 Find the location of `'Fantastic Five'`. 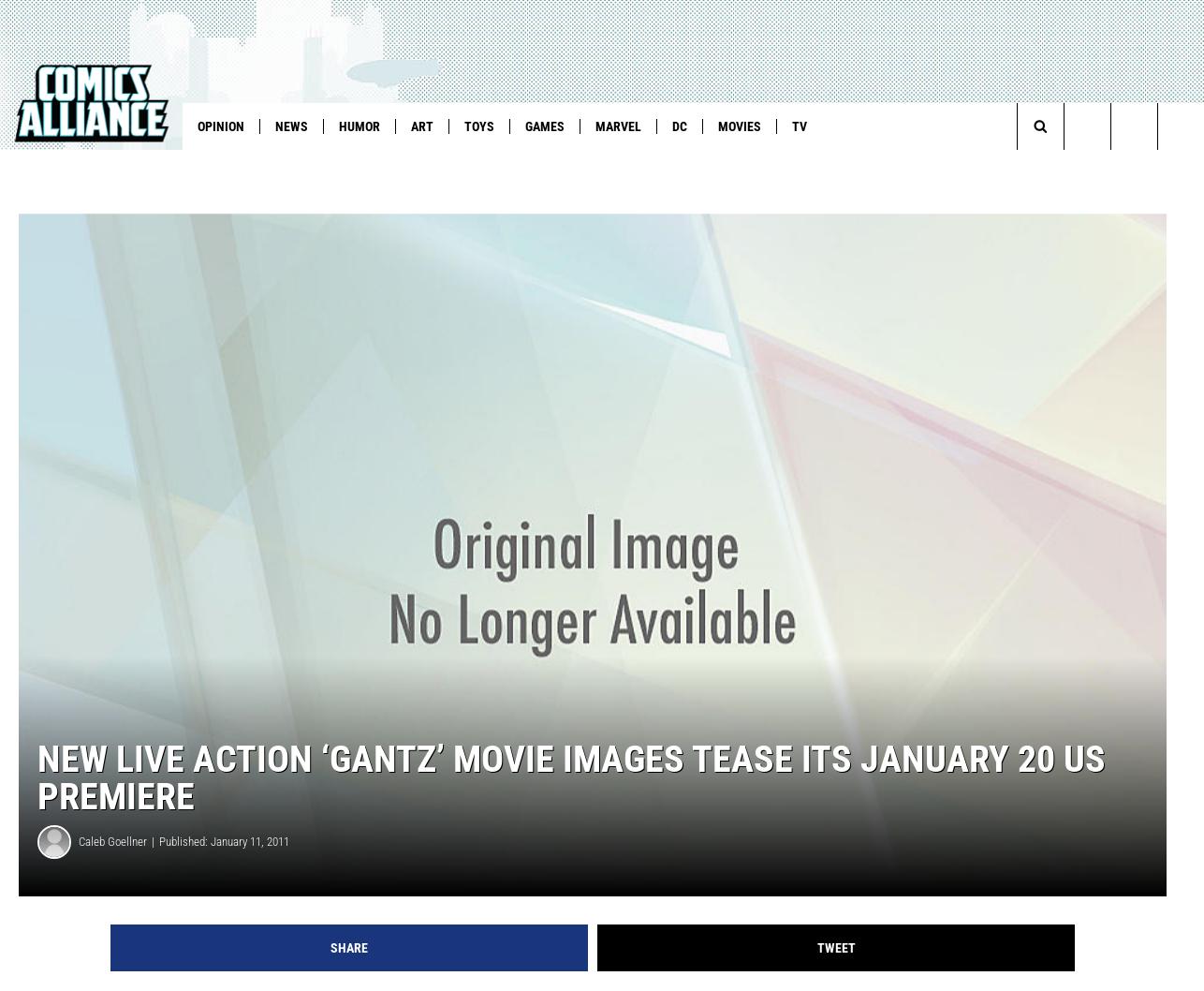

'Fantastic Five' is located at coordinates (901, 164).